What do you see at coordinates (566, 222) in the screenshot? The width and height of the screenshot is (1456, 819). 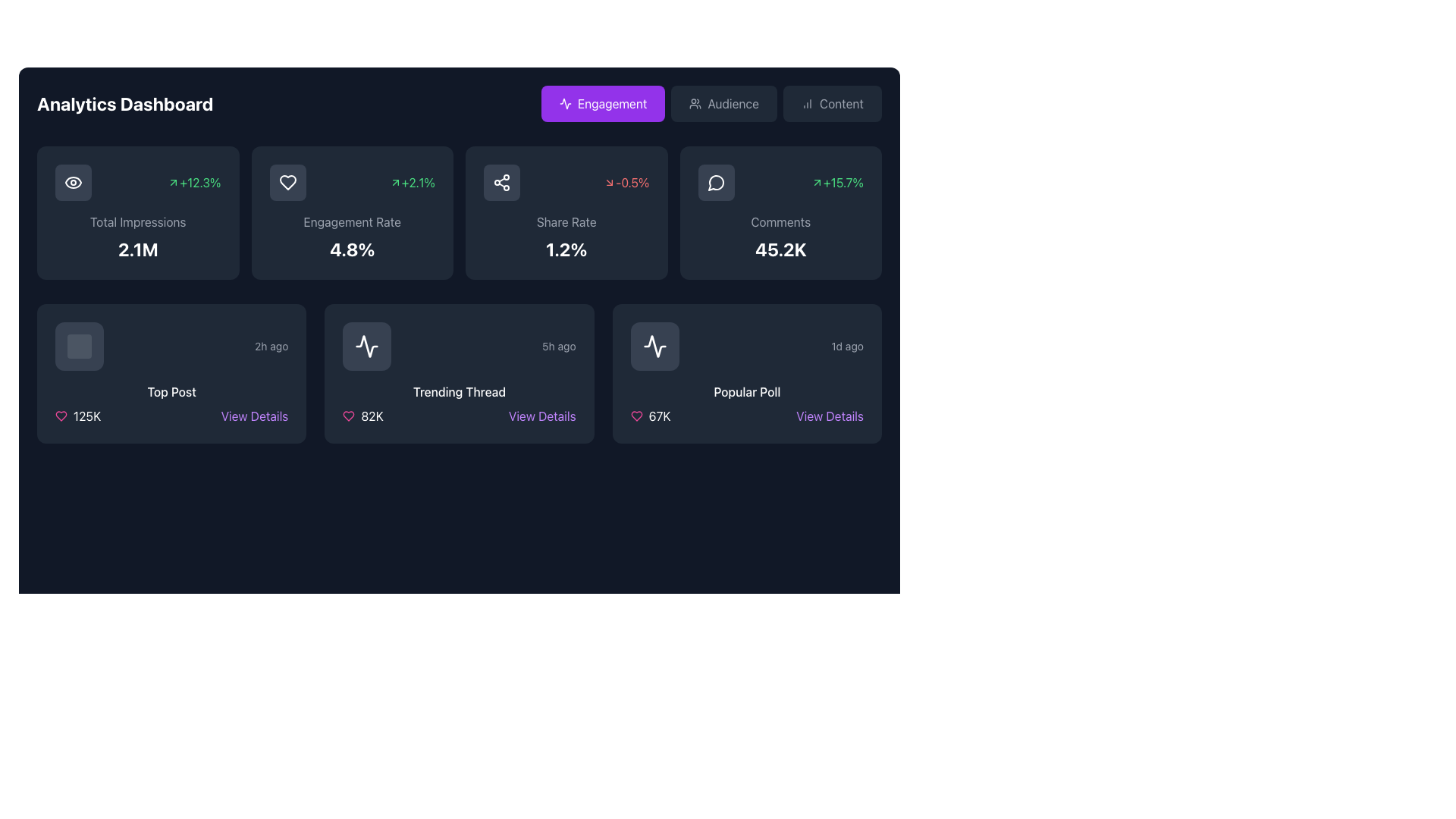 I see `the 'Share Rate' text label, which is styled in gray and positioned between a percentage rate and a metric value in the dark-themed interface` at bounding box center [566, 222].